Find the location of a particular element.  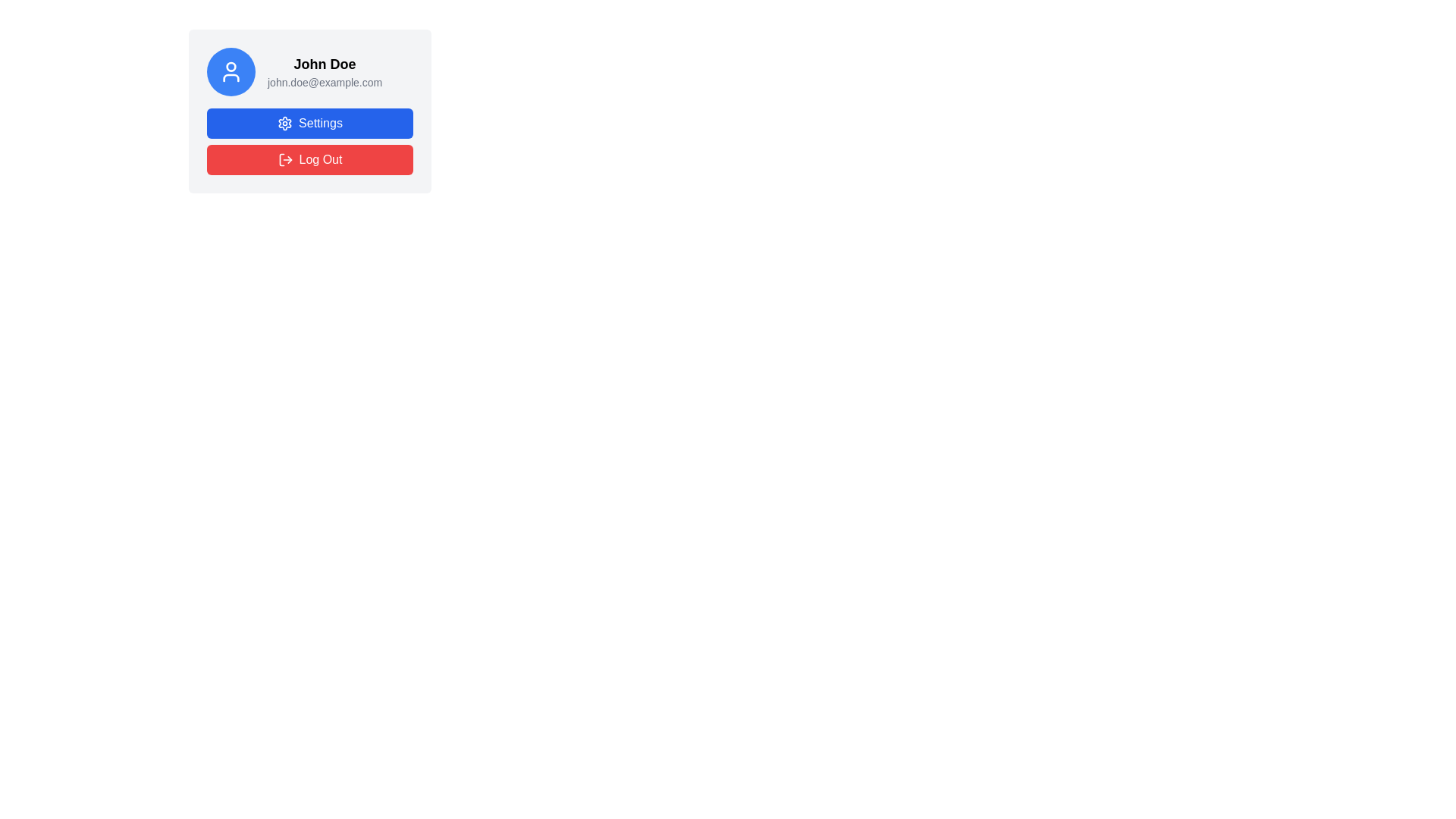

the 'Settings' button, which is a blue rectangular button with white text, located at the top of the interface below the user's name and above the 'Log Out' button is located at coordinates (319, 122).